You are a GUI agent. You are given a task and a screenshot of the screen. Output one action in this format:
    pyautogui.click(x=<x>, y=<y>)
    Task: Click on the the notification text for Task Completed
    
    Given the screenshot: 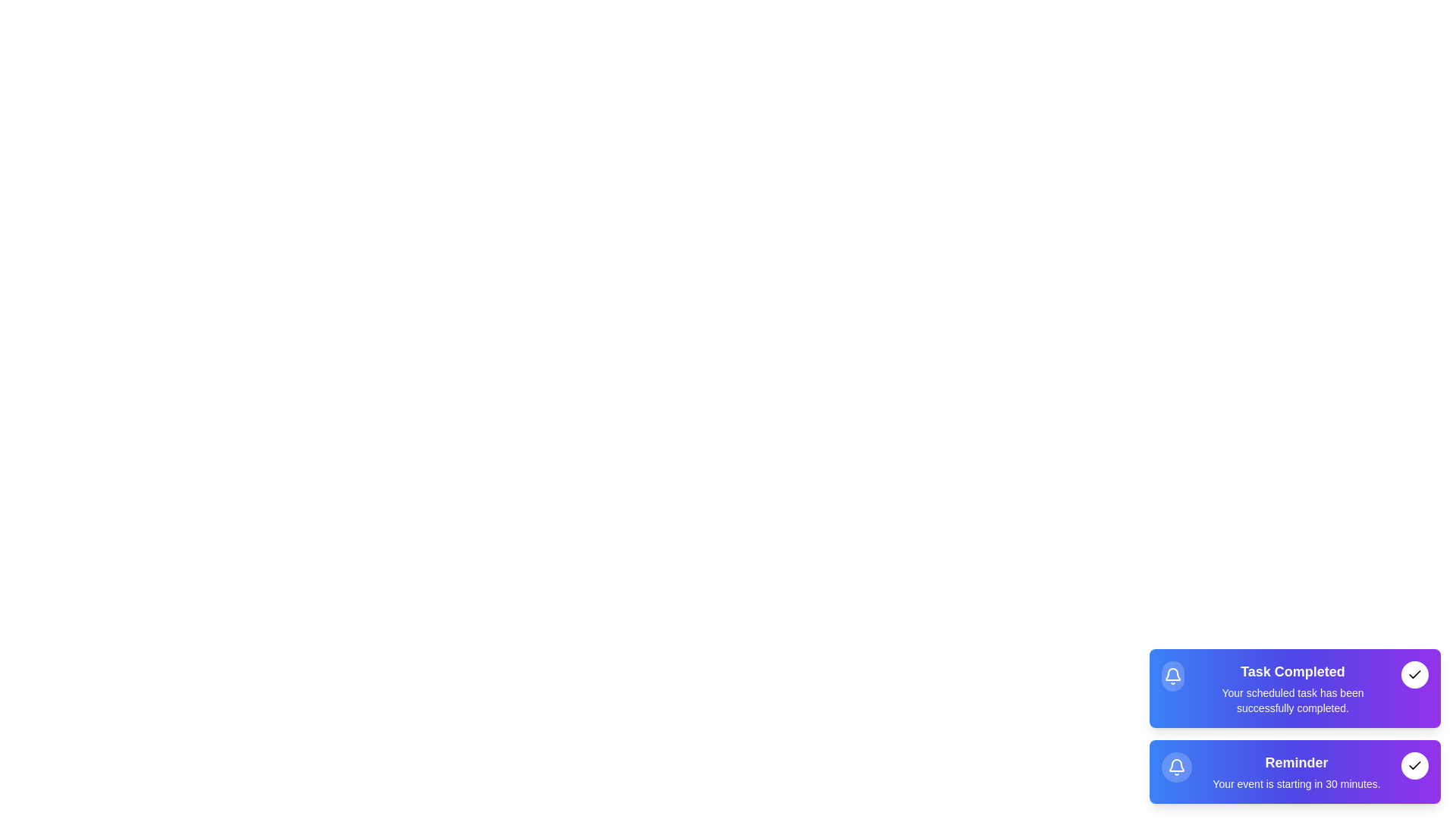 What is the action you would take?
    pyautogui.click(x=1291, y=688)
    